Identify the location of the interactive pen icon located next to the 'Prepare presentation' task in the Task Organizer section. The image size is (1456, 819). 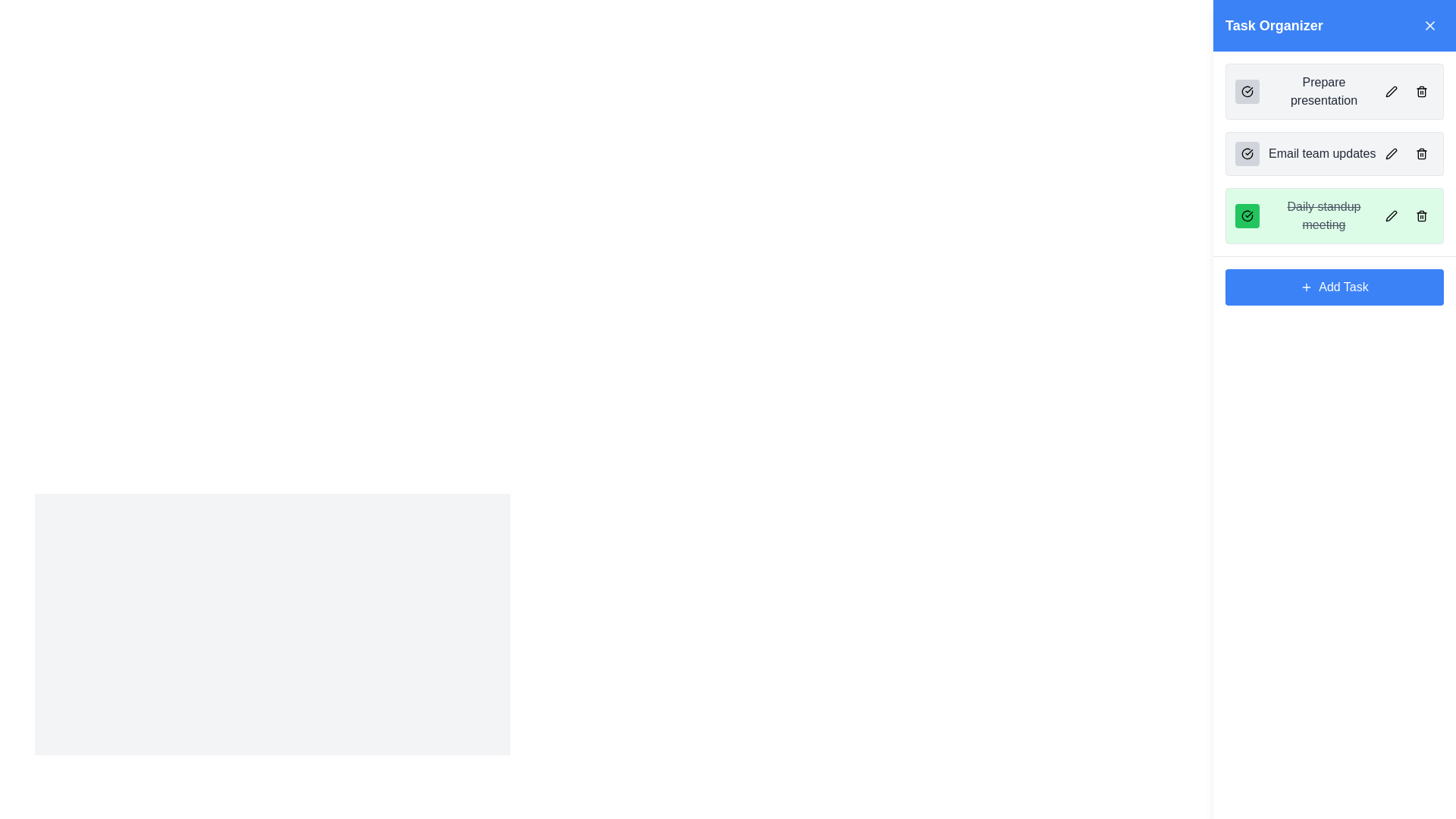
(1391, 91).